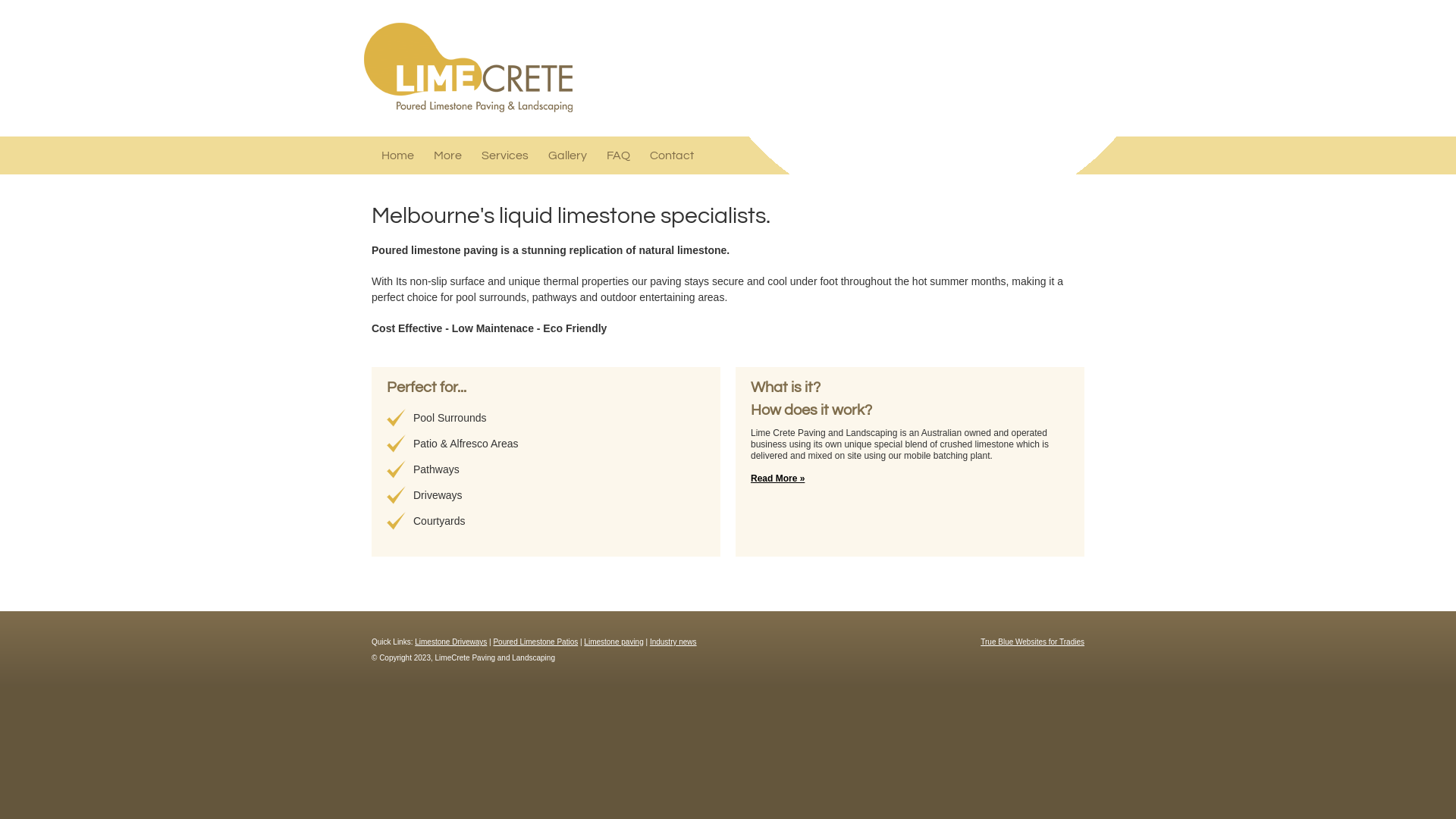  I want to click on 'Poured Limestone Patios', so click(535, 642).